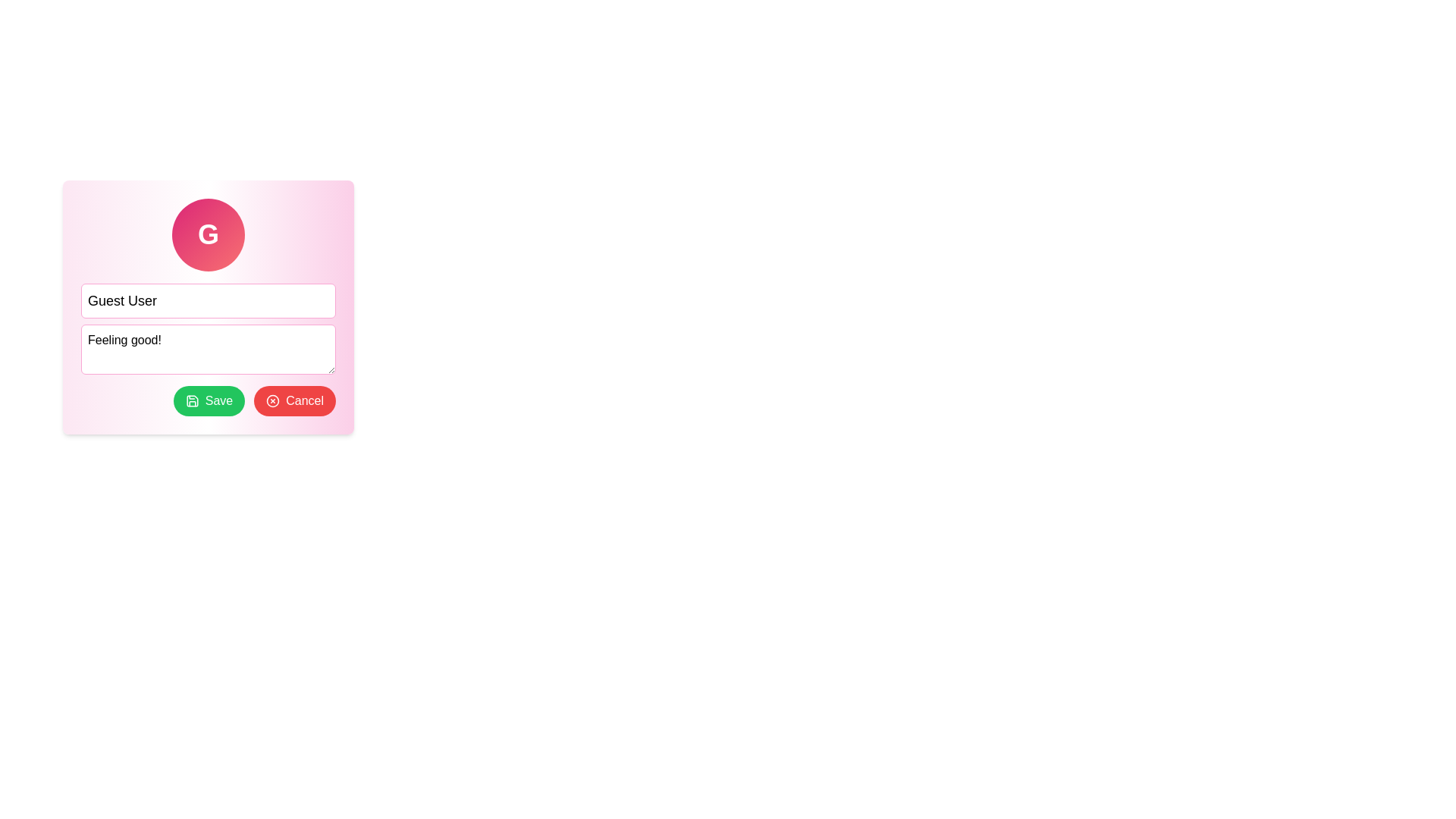 The height and width of the screenshot is (819, 1456). What do you see at coordinates (218, 400) in the screenshot?
I see `the green button labeled 'Save' located in the central part of the button` at bounding box center [218, 400].